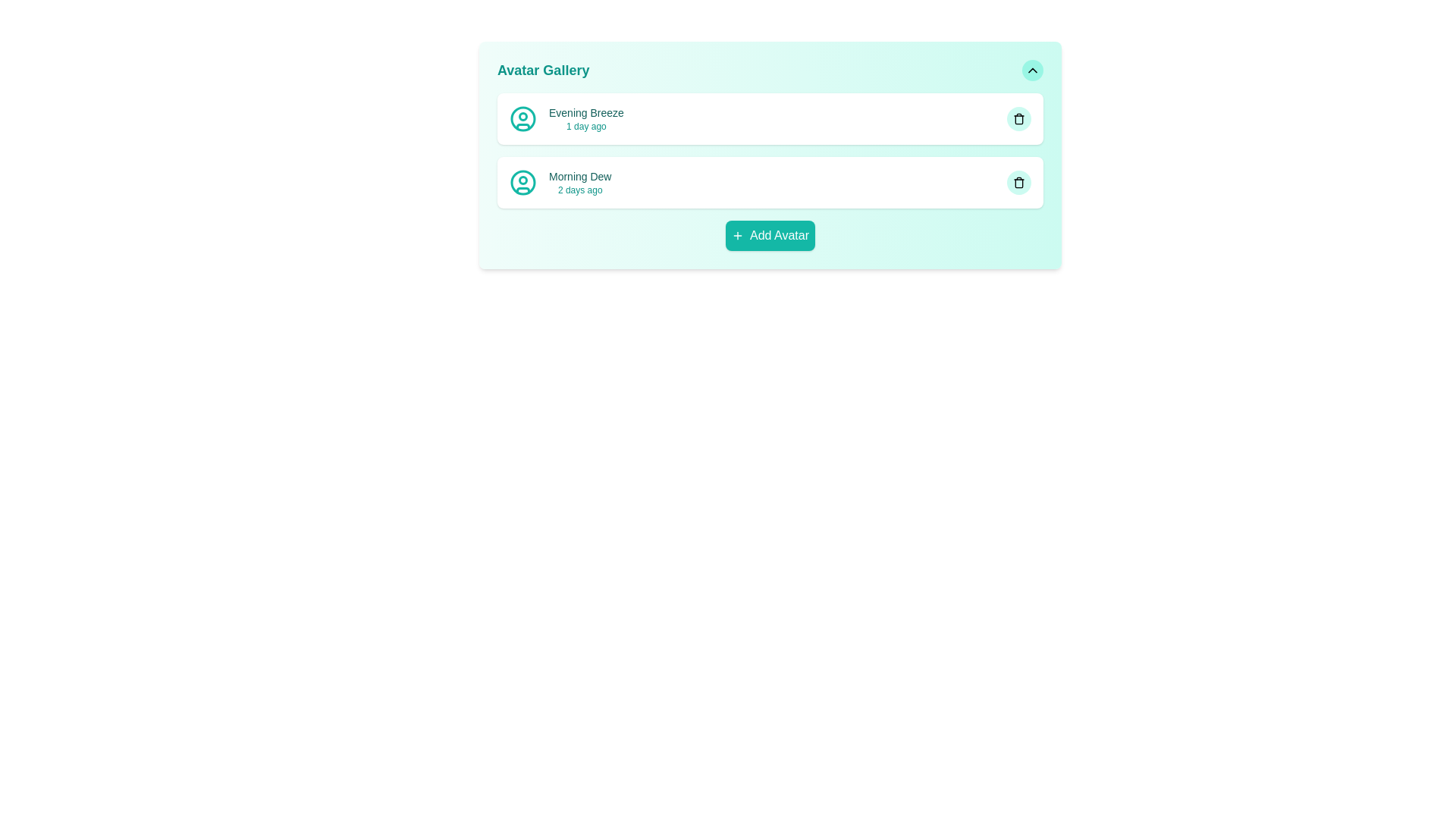 This screenshot has height=819, width=1456. Describe the element at coordinates (579, 175) in the screenshot. I see `the text label representing an entry in the 'Avatar Gallery', located under the second list item near the left side of the item containing an icon and a timestamp` at that location.